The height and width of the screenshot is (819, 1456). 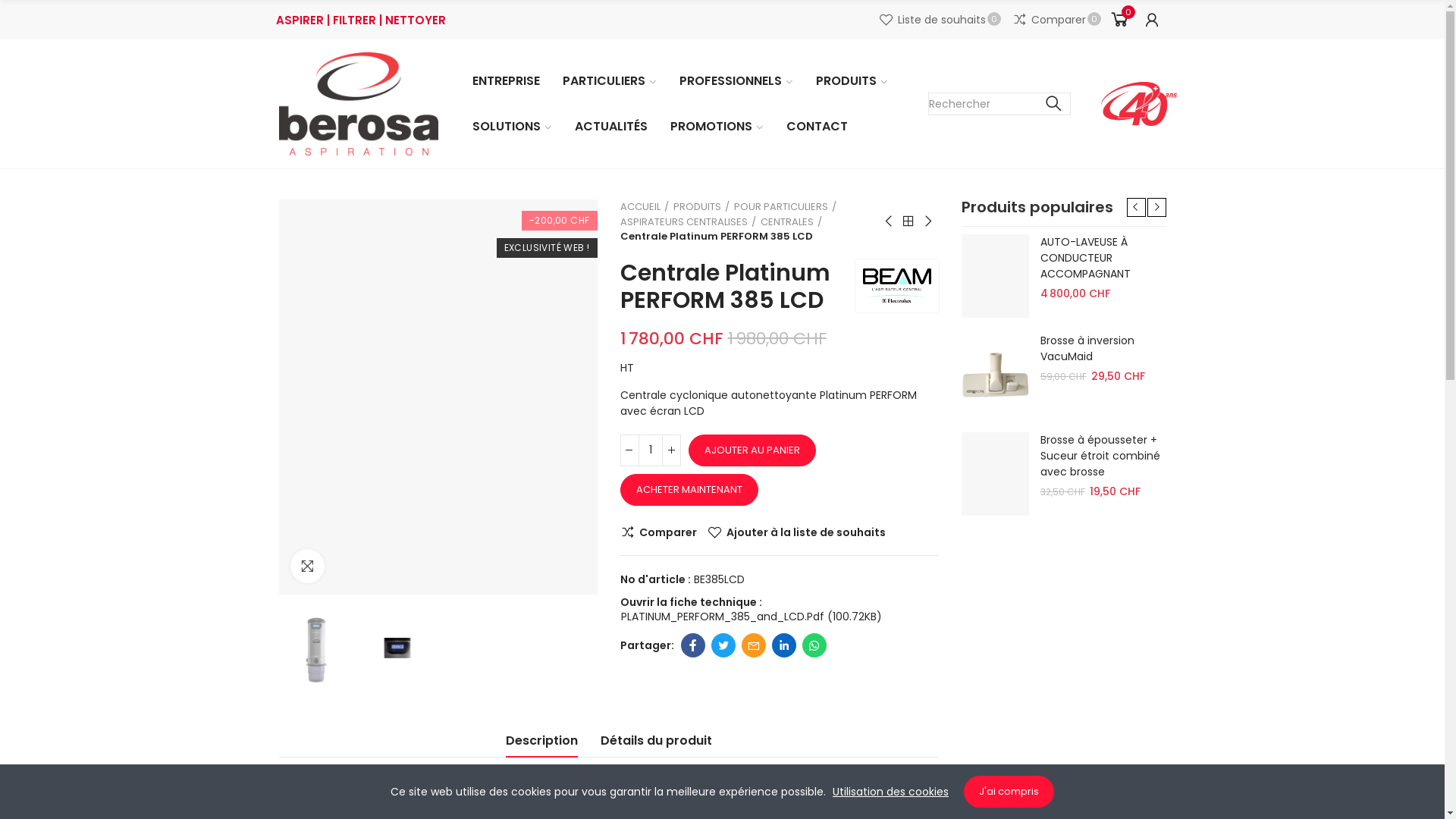 What do you see at coordinates (939, 20) in the screenshot?
I see `'Liste de souhaits` at bounding box center [939, 20].